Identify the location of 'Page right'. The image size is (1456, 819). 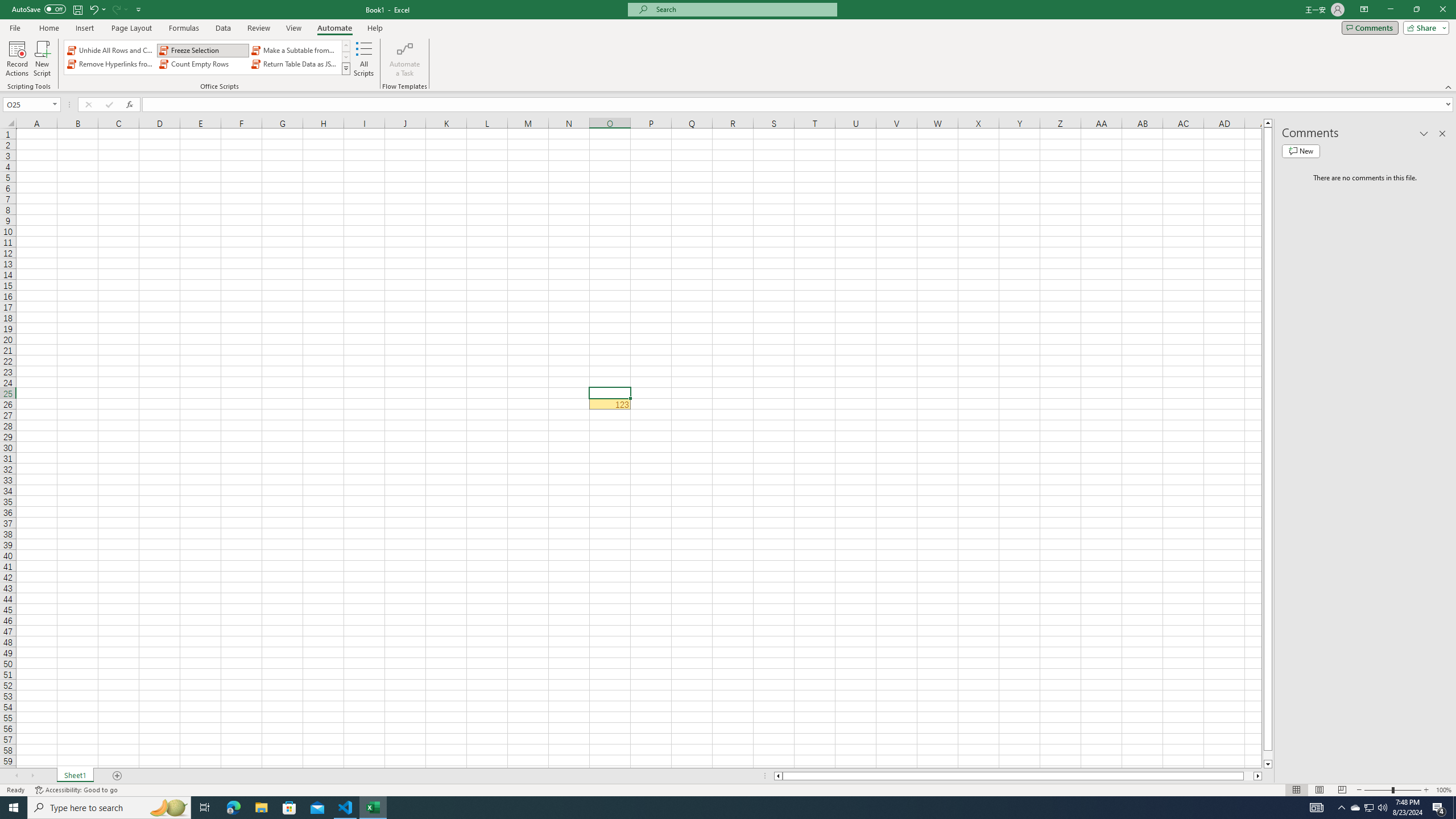
(1248, 775).